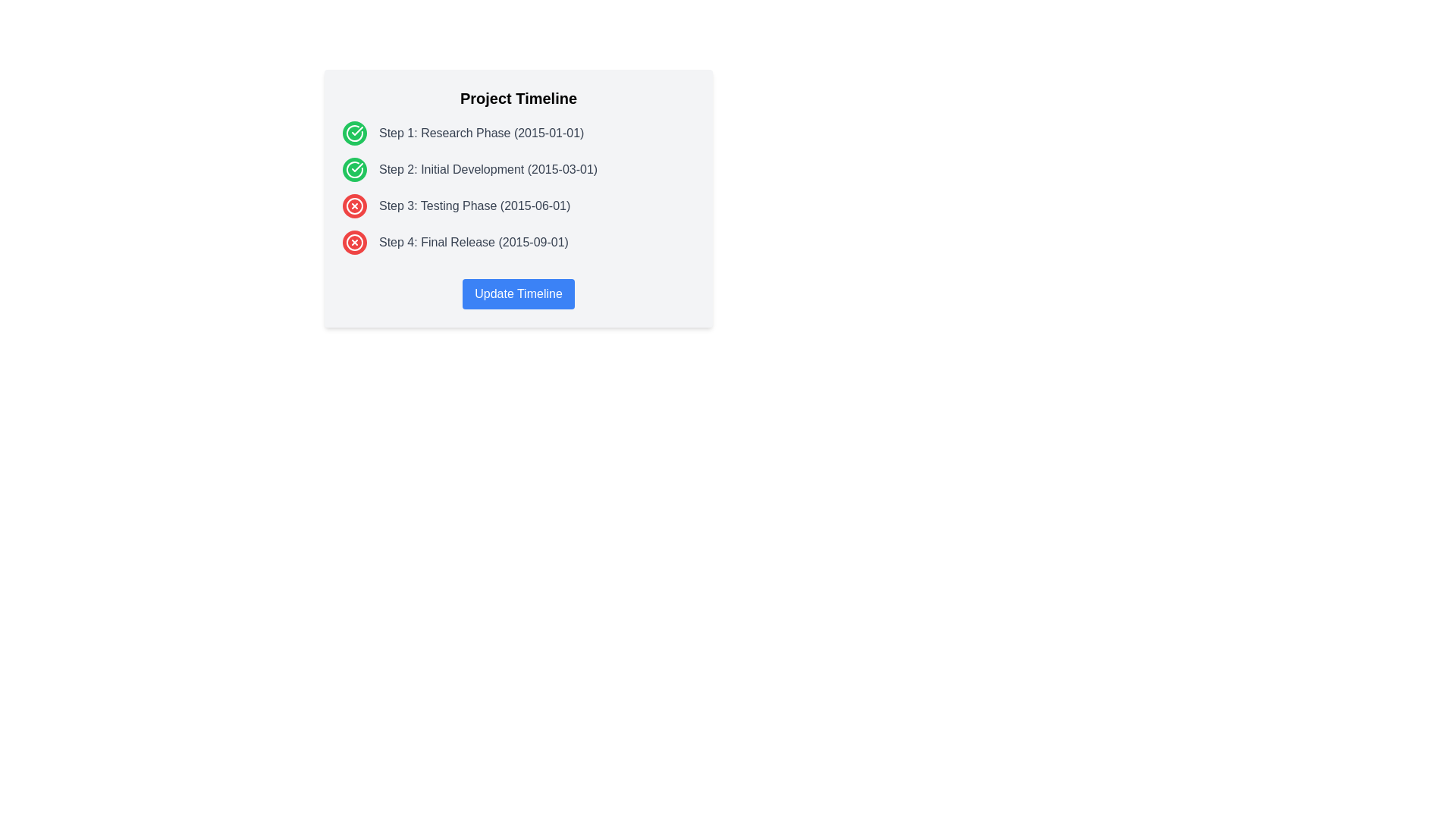 This screenshot has width=1456, height=819. I want to click on the red circular icon with an 'X' symbol located in the rightmost column of the list labeled 'Step 3: Testing Phase (2015-06-01)', so click(353, 242).